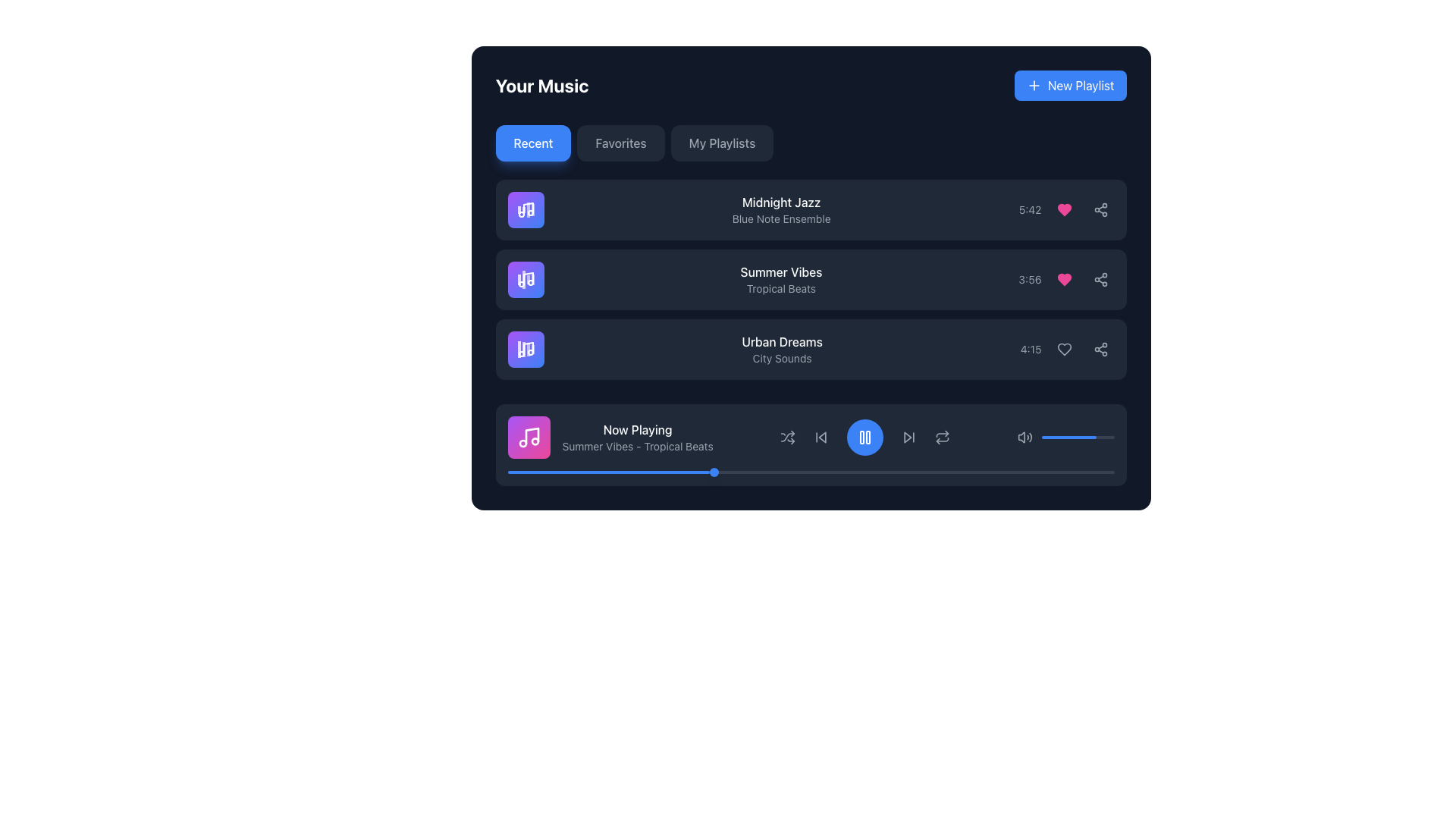 The image size is (1456, 819). I want to click on the third slender vertical rectangle with a white fill, positioned within a grouping of similar rectangles, so click(528, 349).